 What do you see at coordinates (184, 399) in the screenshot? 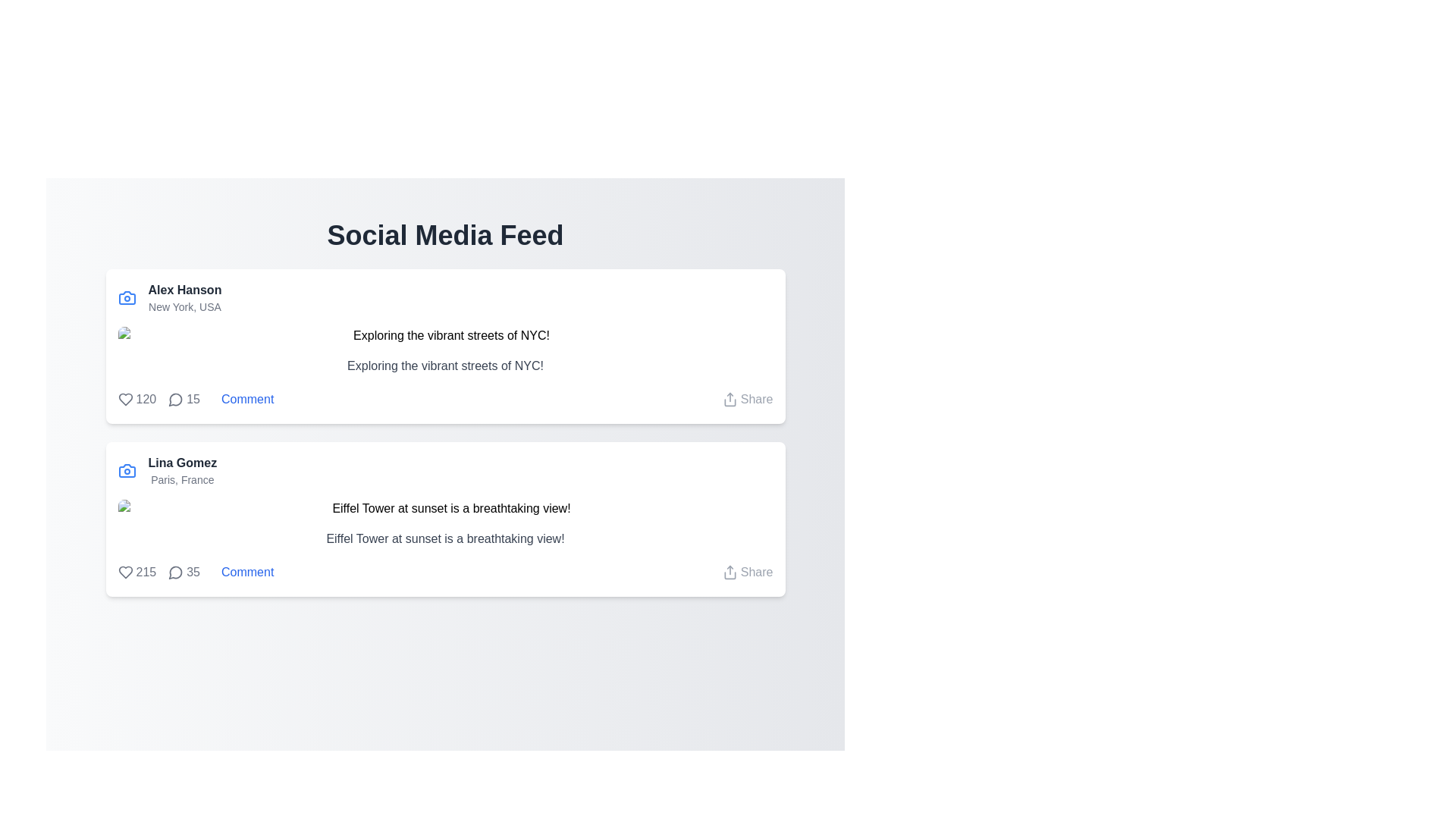
I see `comment count displayed as '15' next to the chat bubble icon, which is the second item in a horizontal group at the bottom of the first social media post card` at bounding box center [184, 399].